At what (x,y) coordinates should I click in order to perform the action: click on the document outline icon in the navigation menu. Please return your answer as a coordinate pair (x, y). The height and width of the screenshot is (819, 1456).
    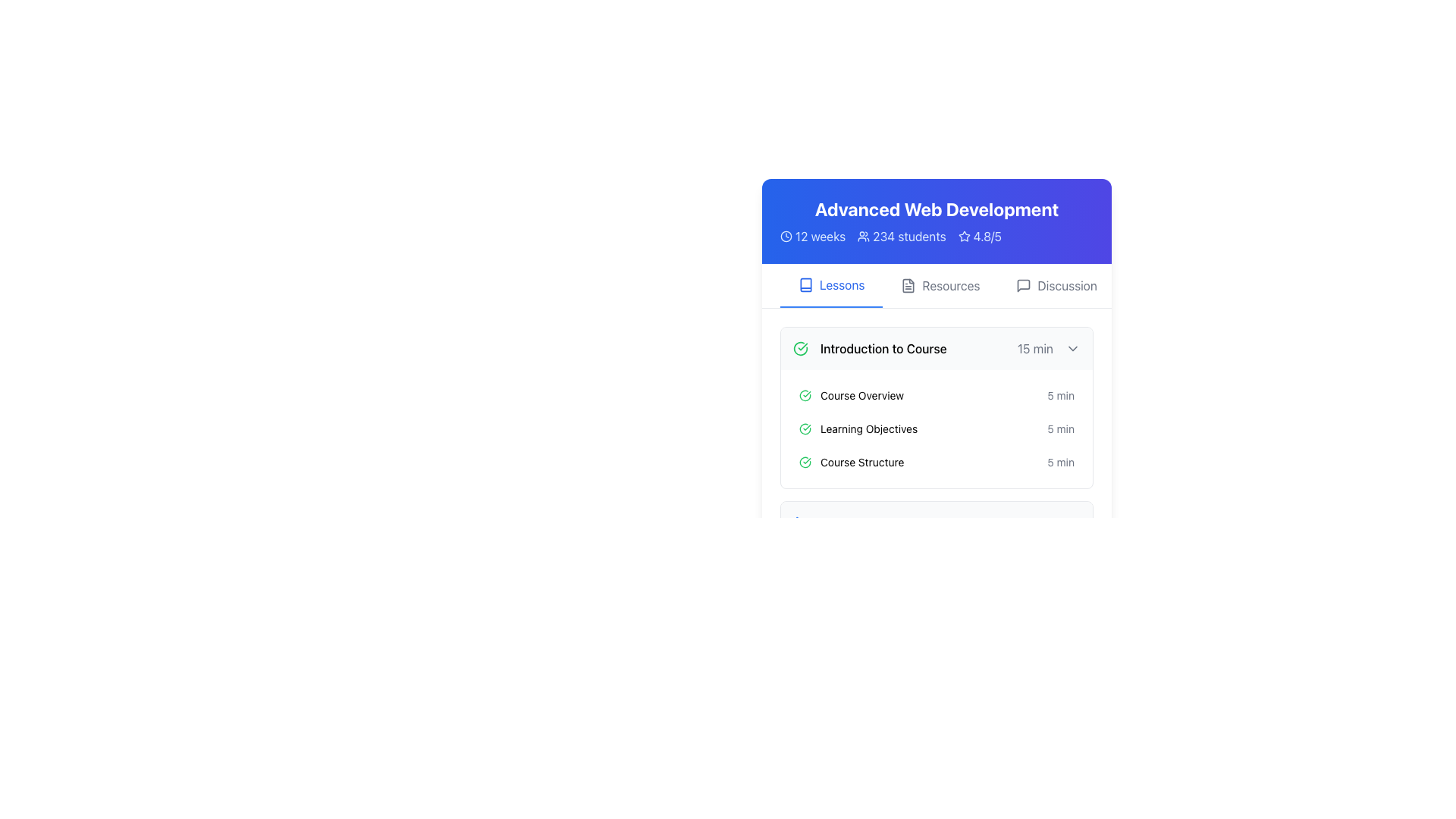
    Looking at the image, I should click on (908, 286).